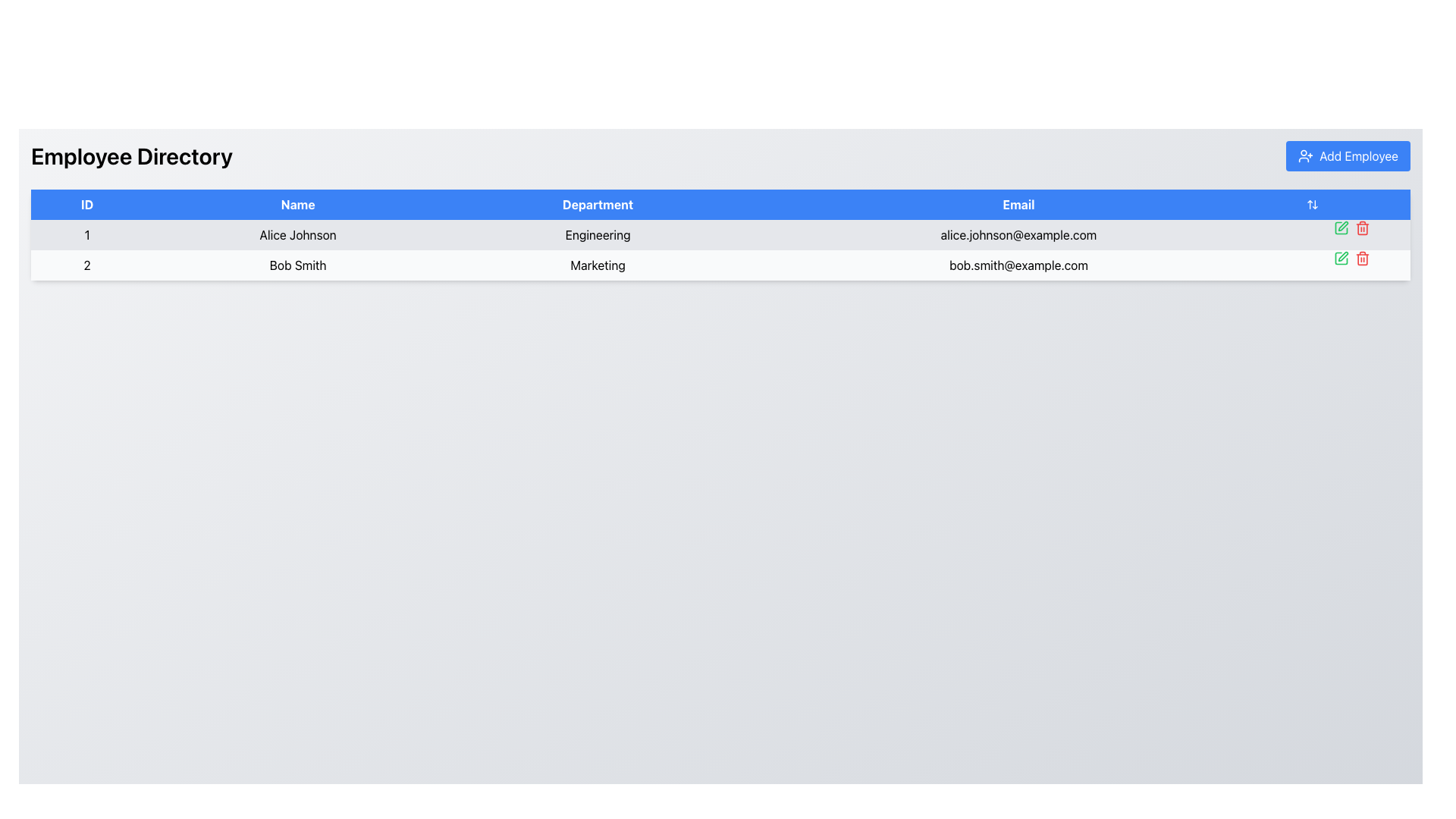  Describe the element at coordinates (1018, 265) in the screenshot. I see `the plain text element displaying the email address 'bob.smith@example.com' located in the fourth cell of the second row of the data table under the column labeled 'Email'` at that location.